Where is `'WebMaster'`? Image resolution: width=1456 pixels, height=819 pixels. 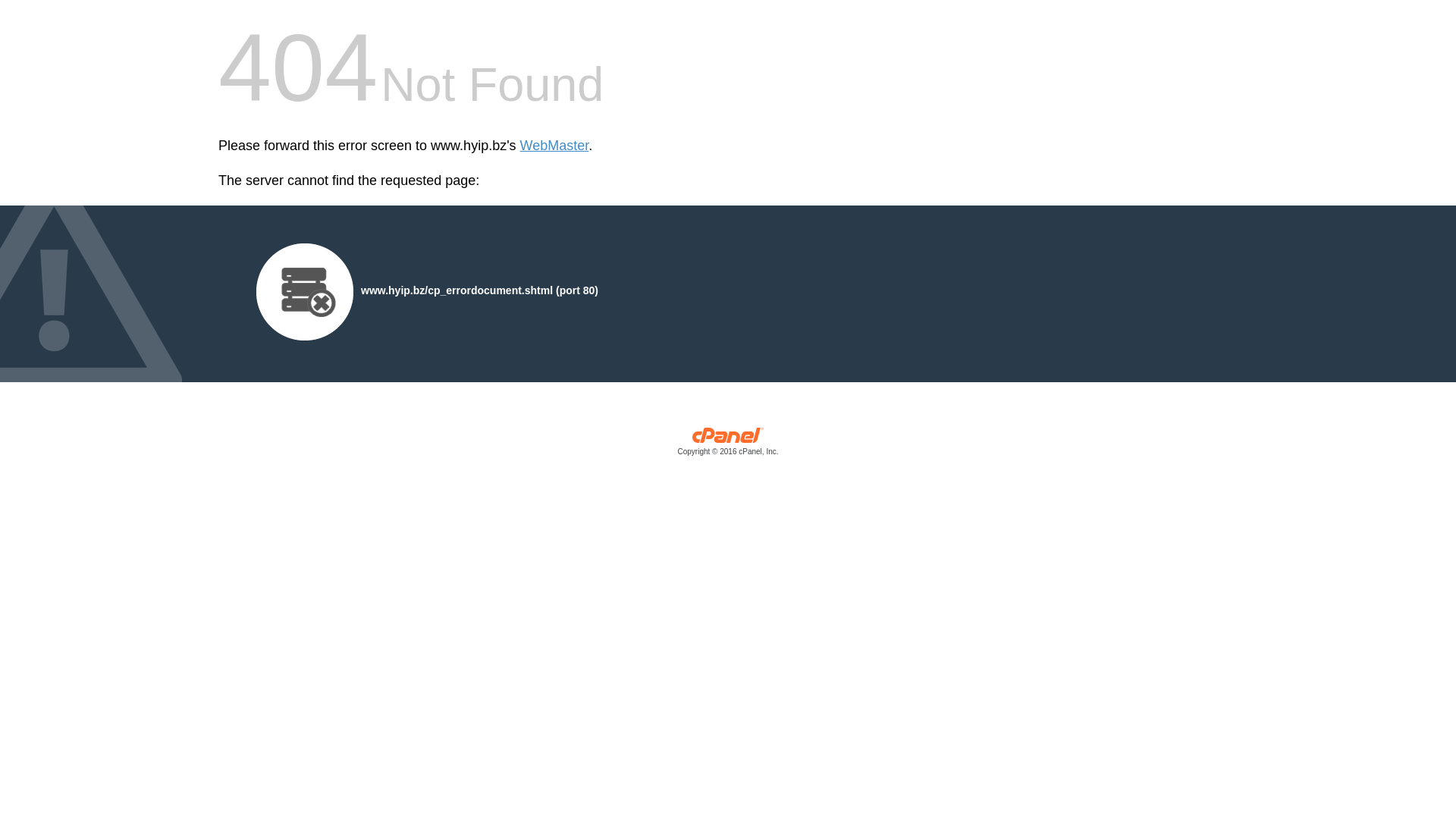
'WebMaster' is located at coordinates (554, 146).